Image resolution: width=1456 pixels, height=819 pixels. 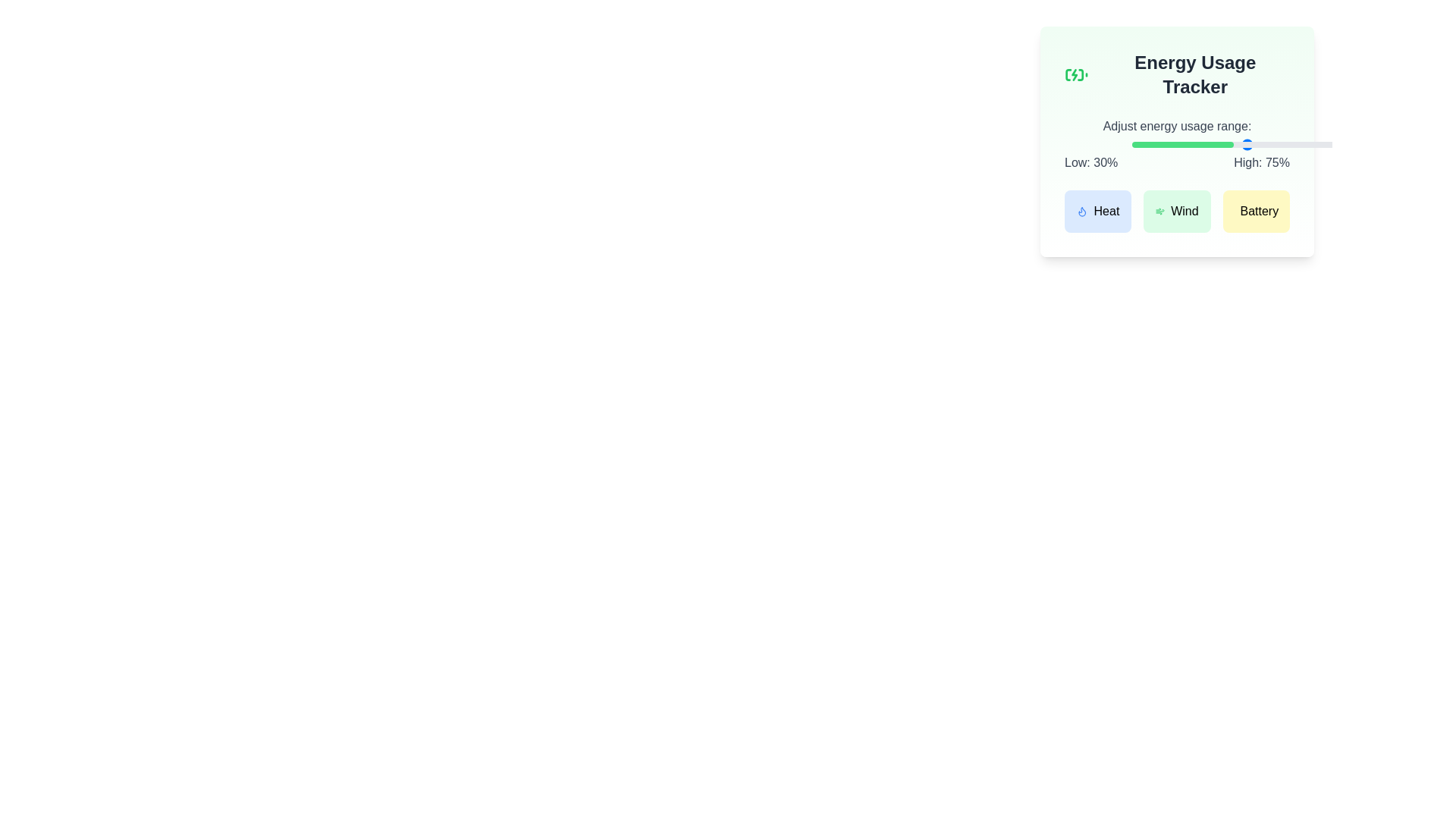 What do you see at coordinates (1259, 211) in the screenshot?
I see `the 'Battery' button located at the bottom right corner of the 'Energy Usage Tracker' card for keyboard interaction` at bounding box center [1259, 211].